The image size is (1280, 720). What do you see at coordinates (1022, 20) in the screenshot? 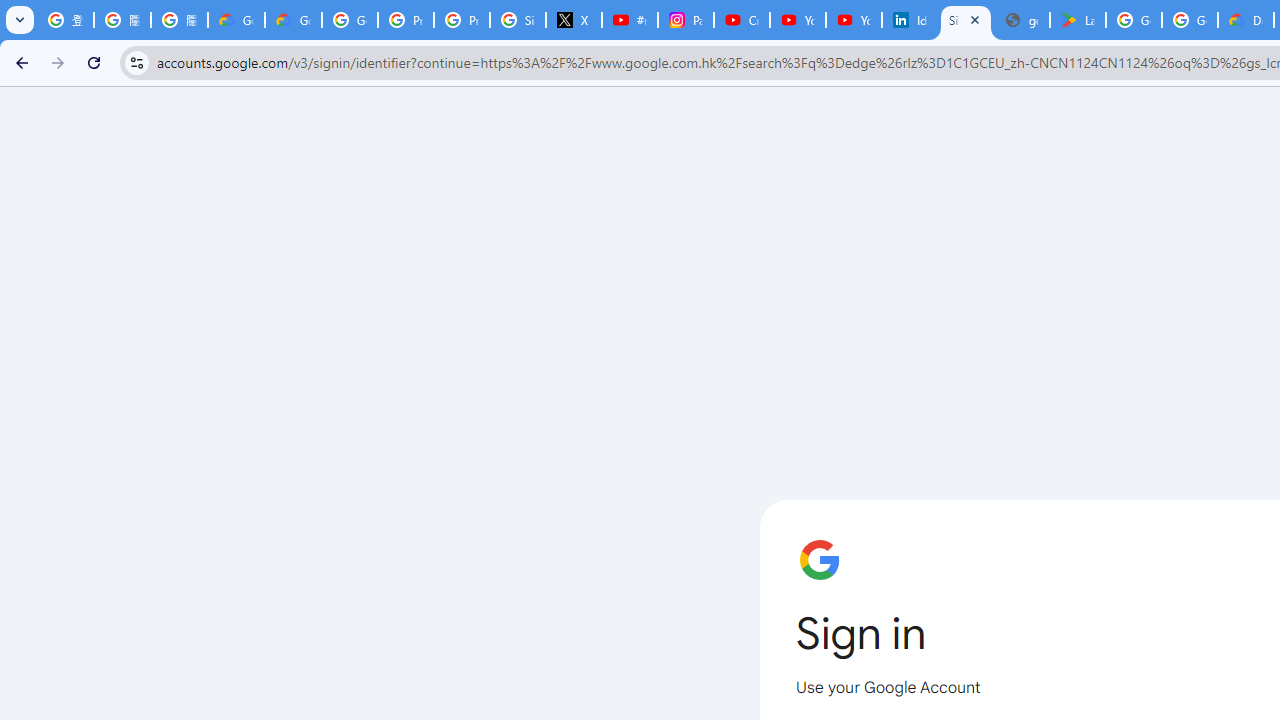
I see `'google_privacy_policy_en.pdf'` at bounding box center [1022, 20].